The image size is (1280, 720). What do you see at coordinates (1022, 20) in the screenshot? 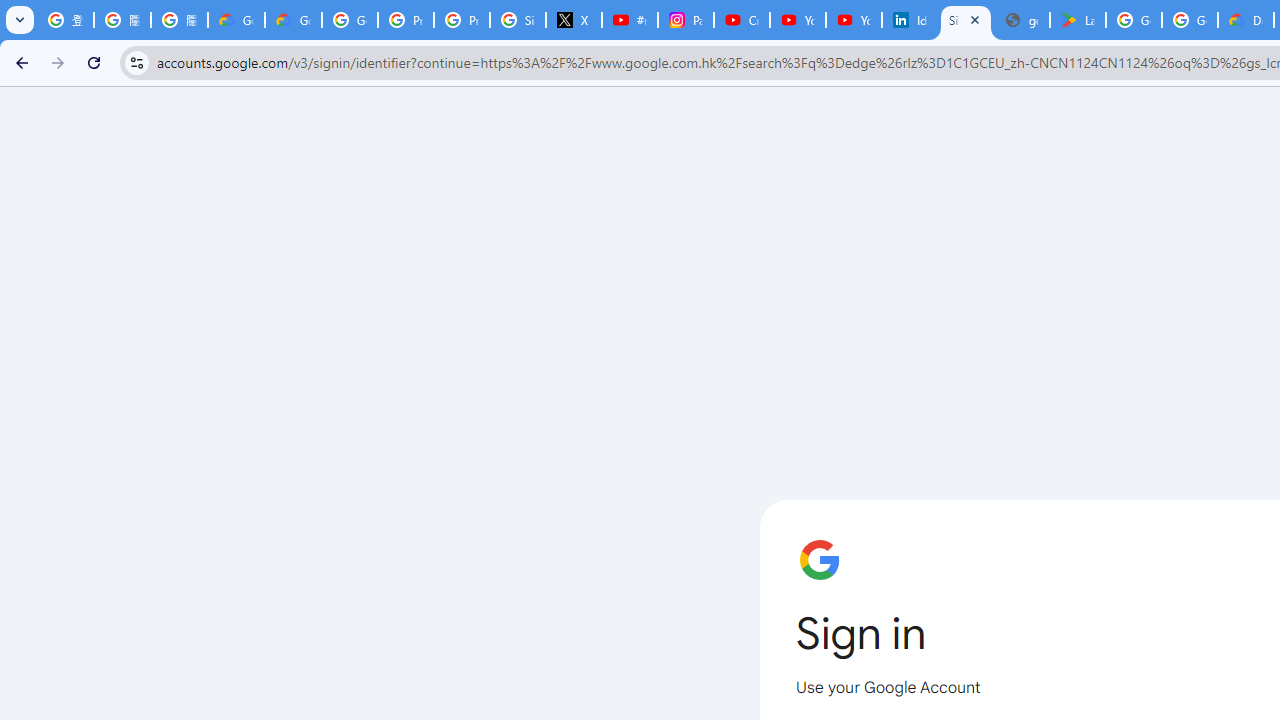
I see `'google_privacy_policy_en.pdf'` at bounding box center [1022, 20].